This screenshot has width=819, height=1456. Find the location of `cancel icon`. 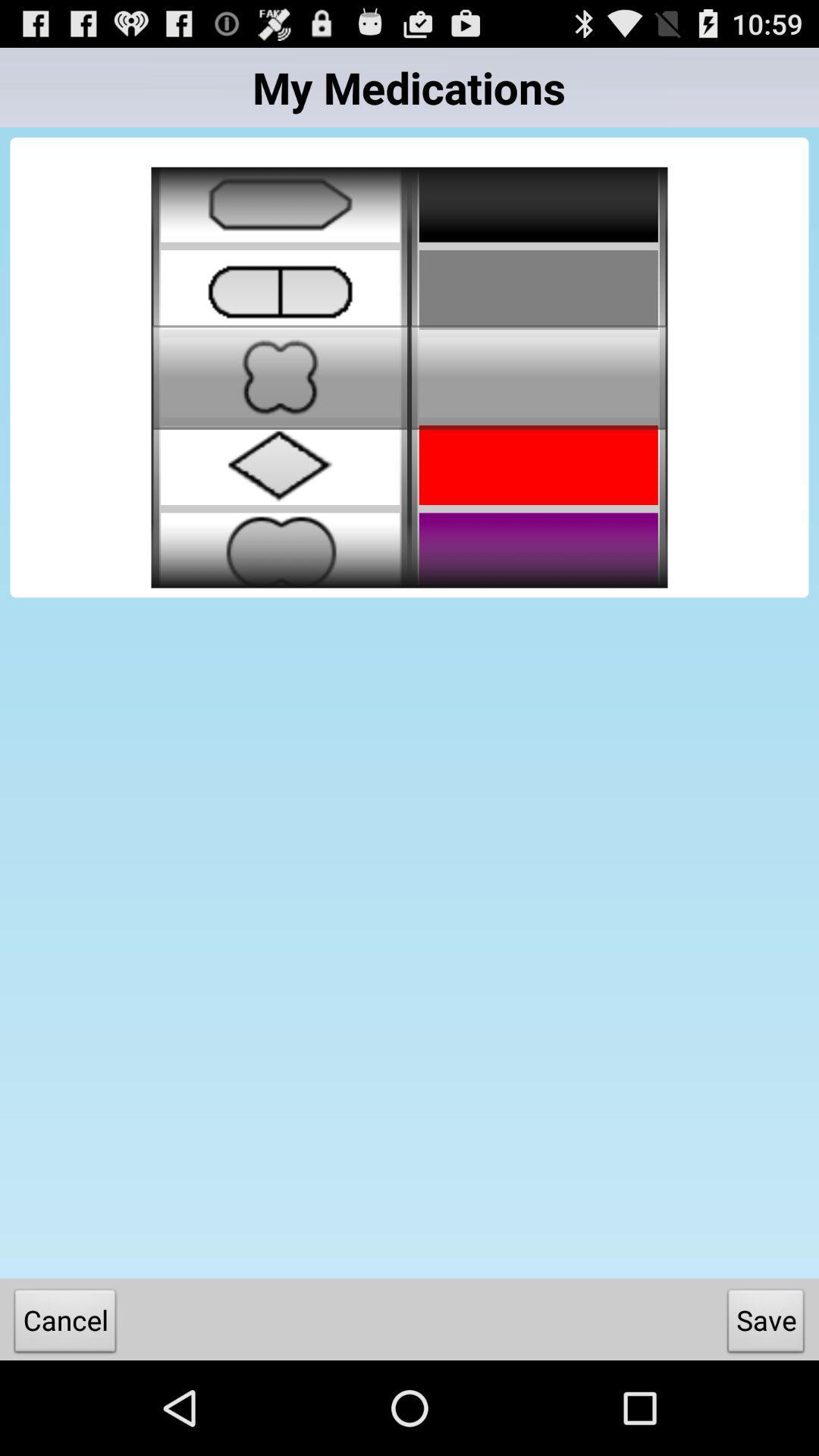

cancel icon is located at coordinates (64, 1323).